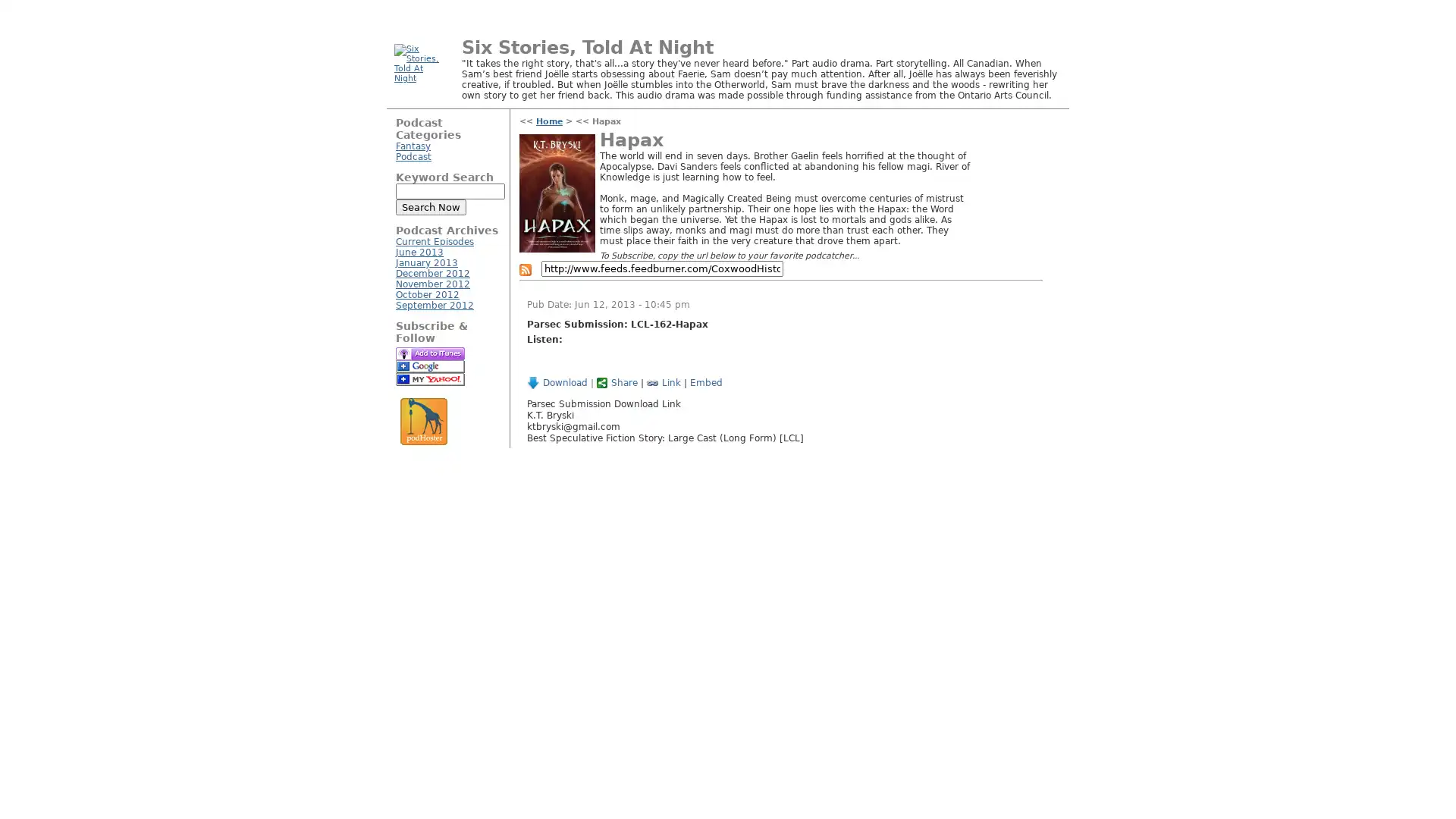  Describe the element at coordinates (430, 207) in the screenshot. I see `Search Now` at that location.